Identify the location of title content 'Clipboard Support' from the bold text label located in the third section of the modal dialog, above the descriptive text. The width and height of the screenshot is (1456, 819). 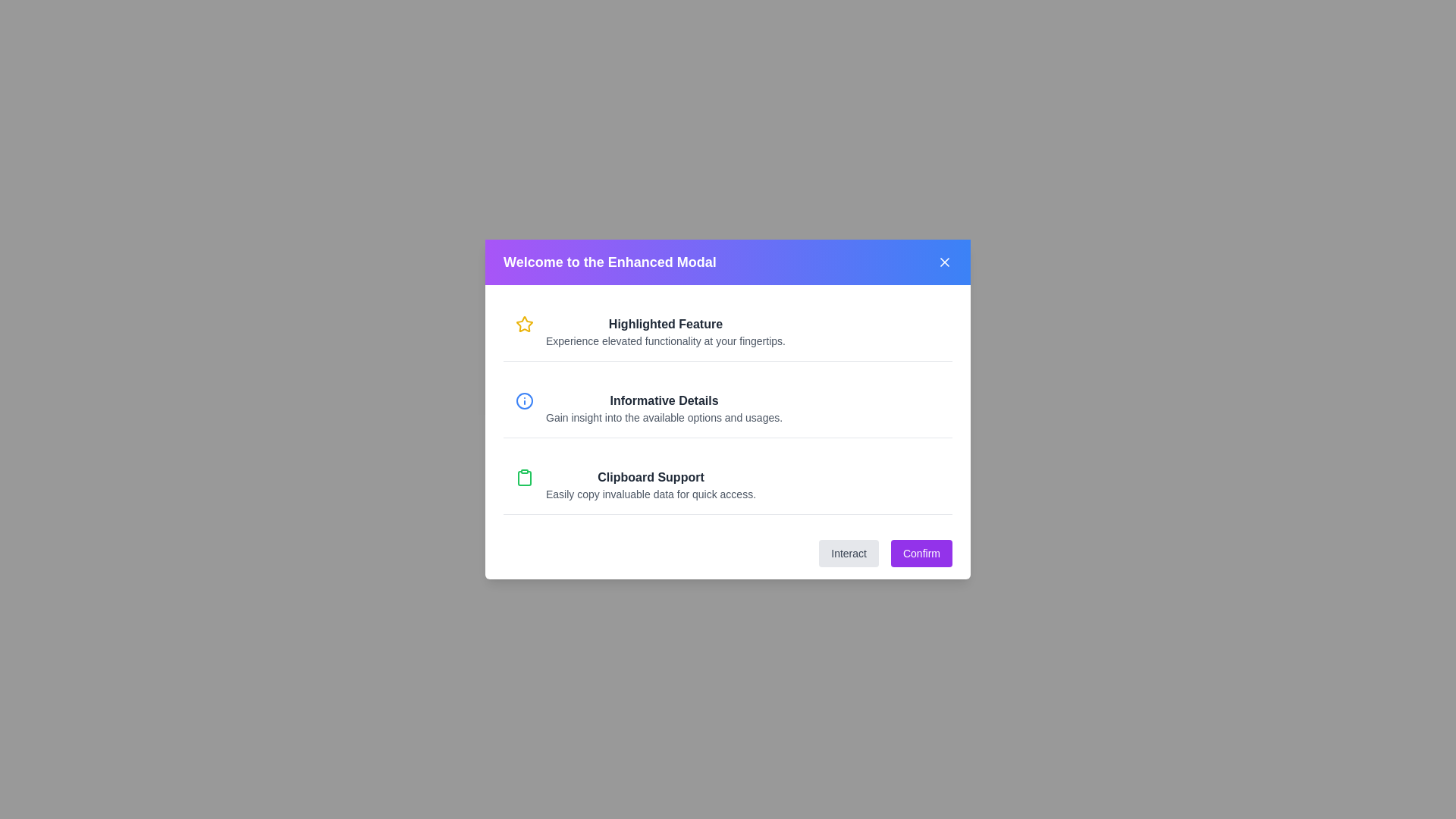
(651, 476).